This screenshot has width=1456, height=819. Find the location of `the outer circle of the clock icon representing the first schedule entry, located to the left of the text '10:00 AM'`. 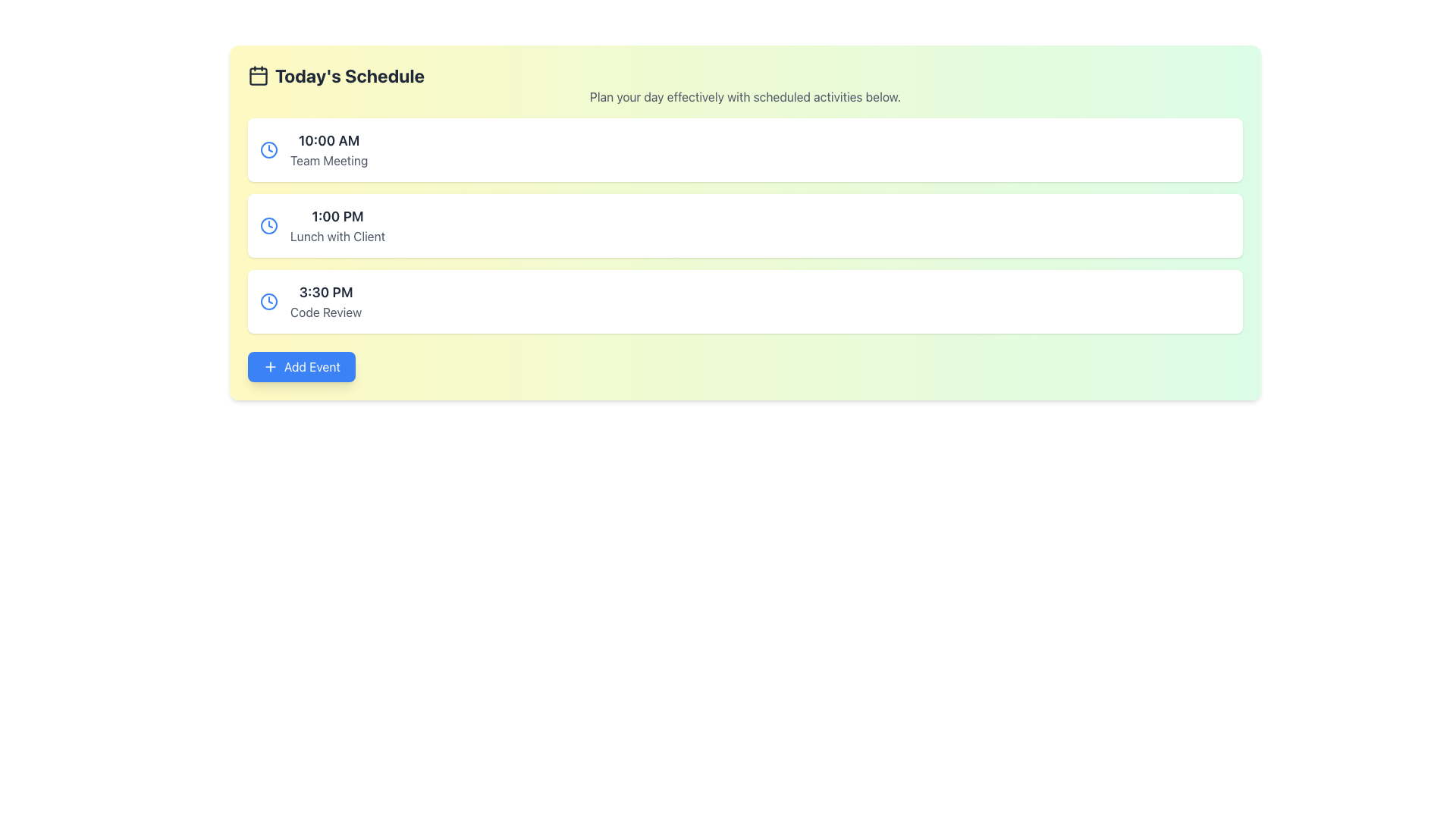

the outer circle of the clock icon representing the first schedule entry, located to the left of the text '10:00 AM' is located at coordinates (269, 149).